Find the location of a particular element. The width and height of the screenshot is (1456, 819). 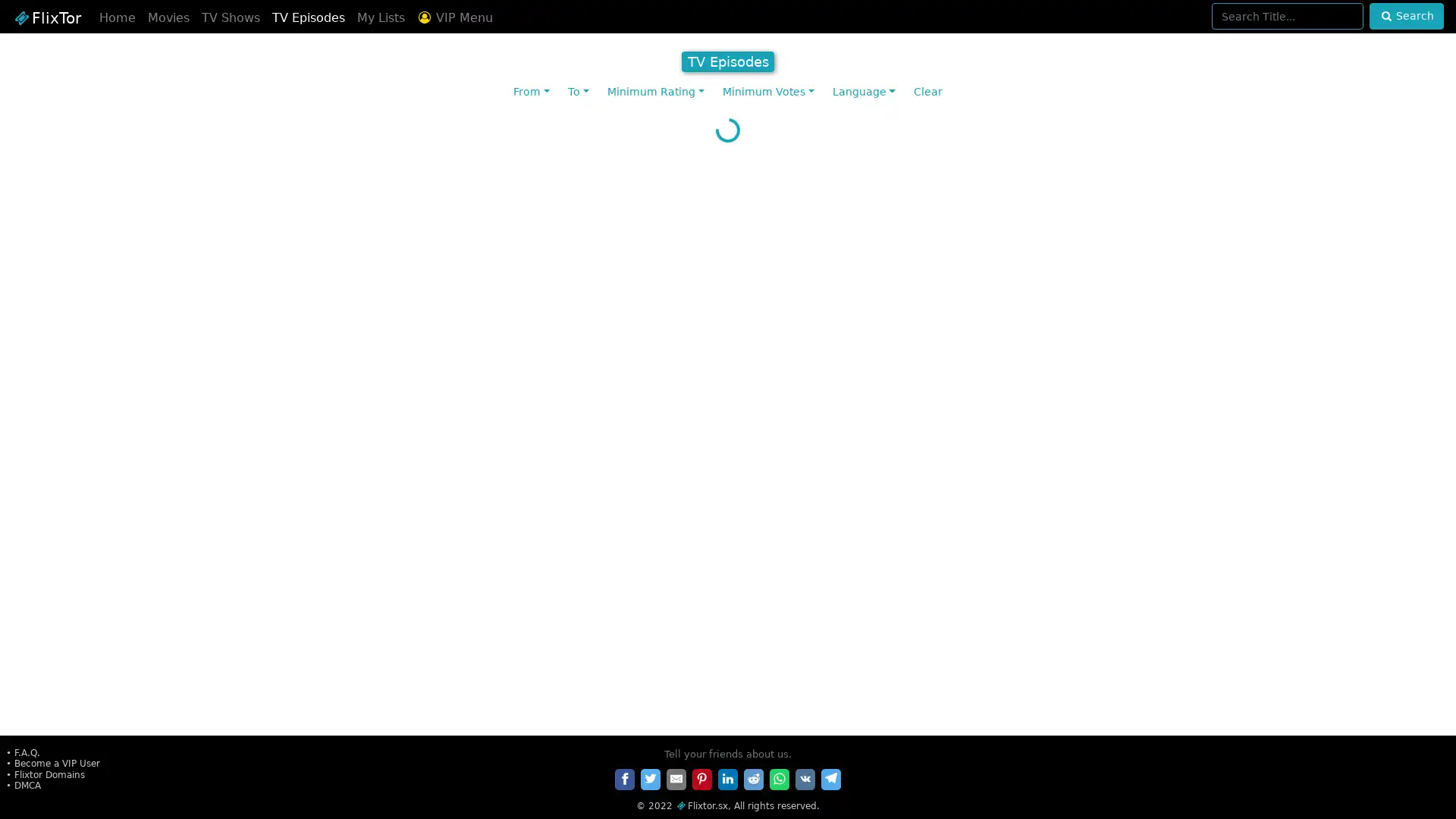

Watch Now is located at coordinates (467, 523).